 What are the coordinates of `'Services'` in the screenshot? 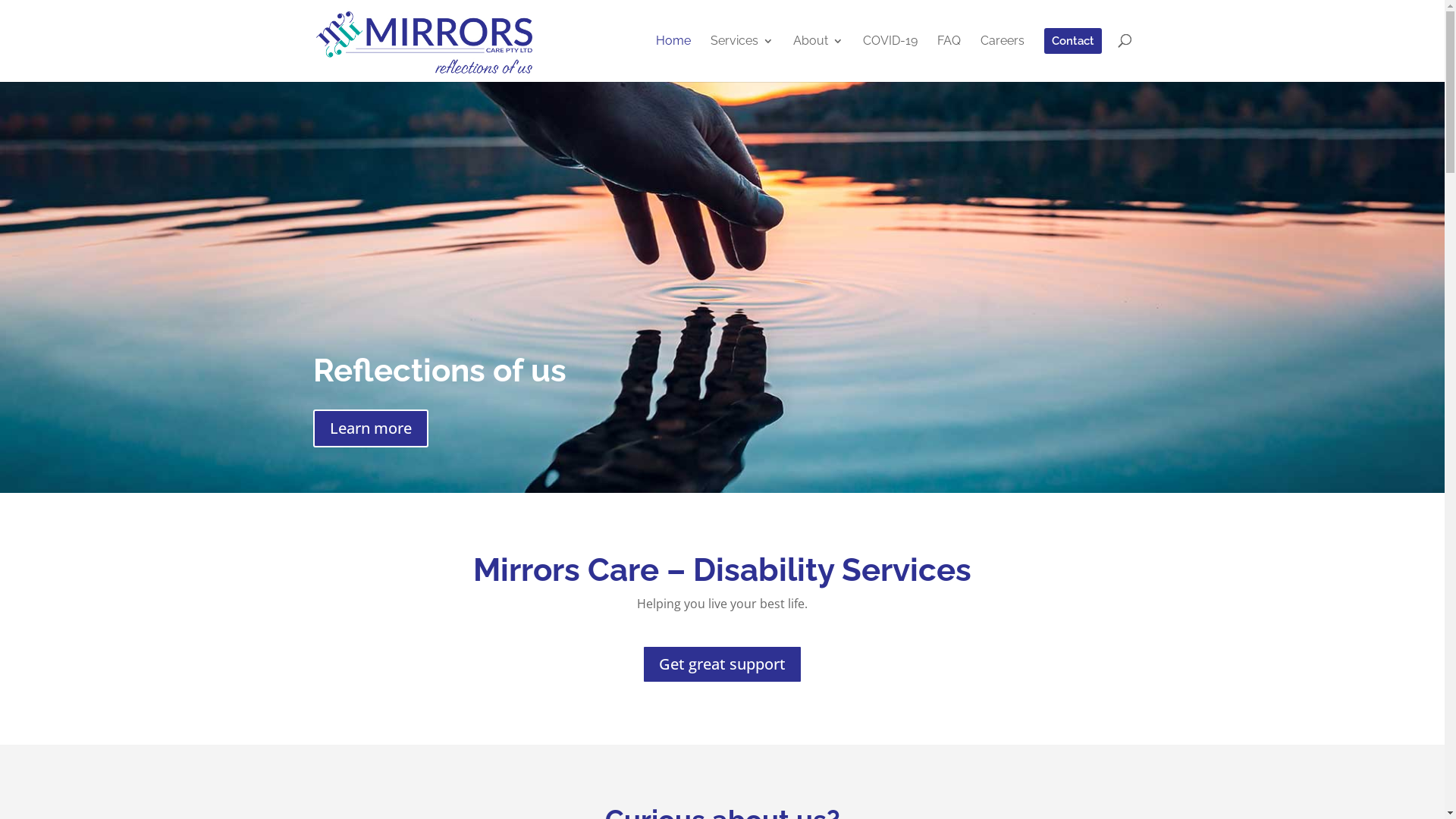 It's located at (709, 57).